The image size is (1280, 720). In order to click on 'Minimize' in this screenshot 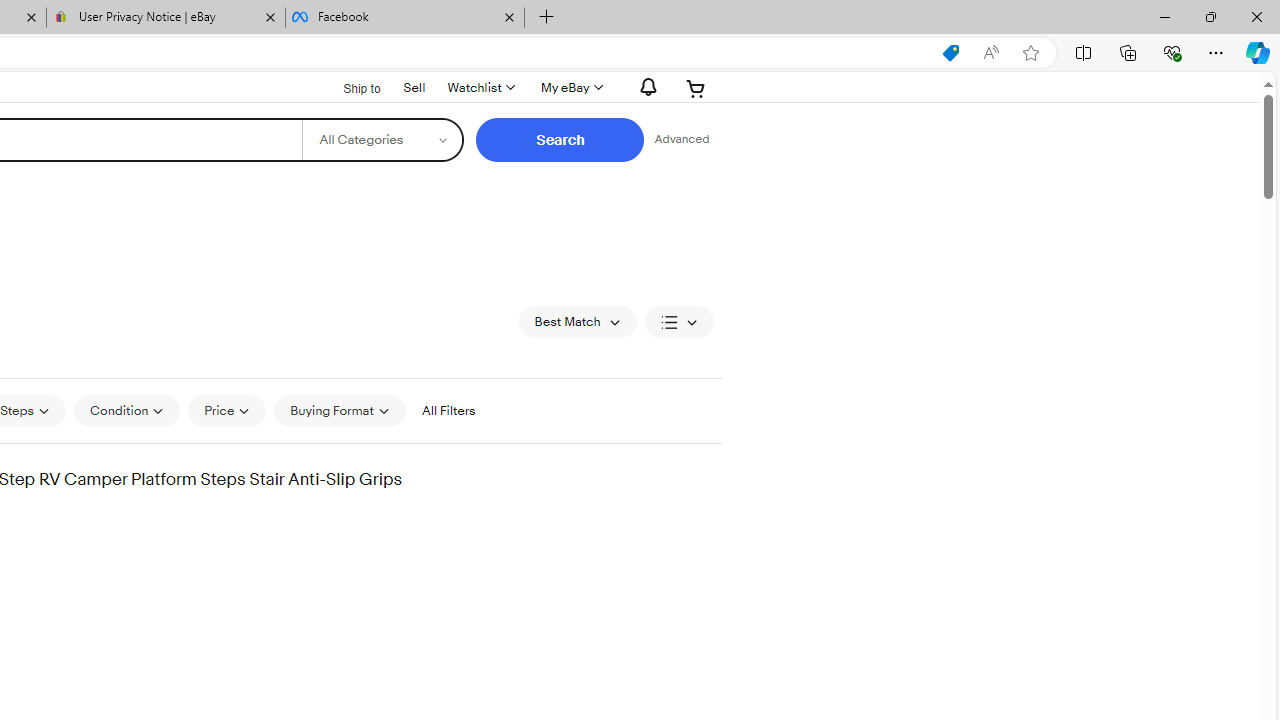, I will do `click(1164, 16)`.